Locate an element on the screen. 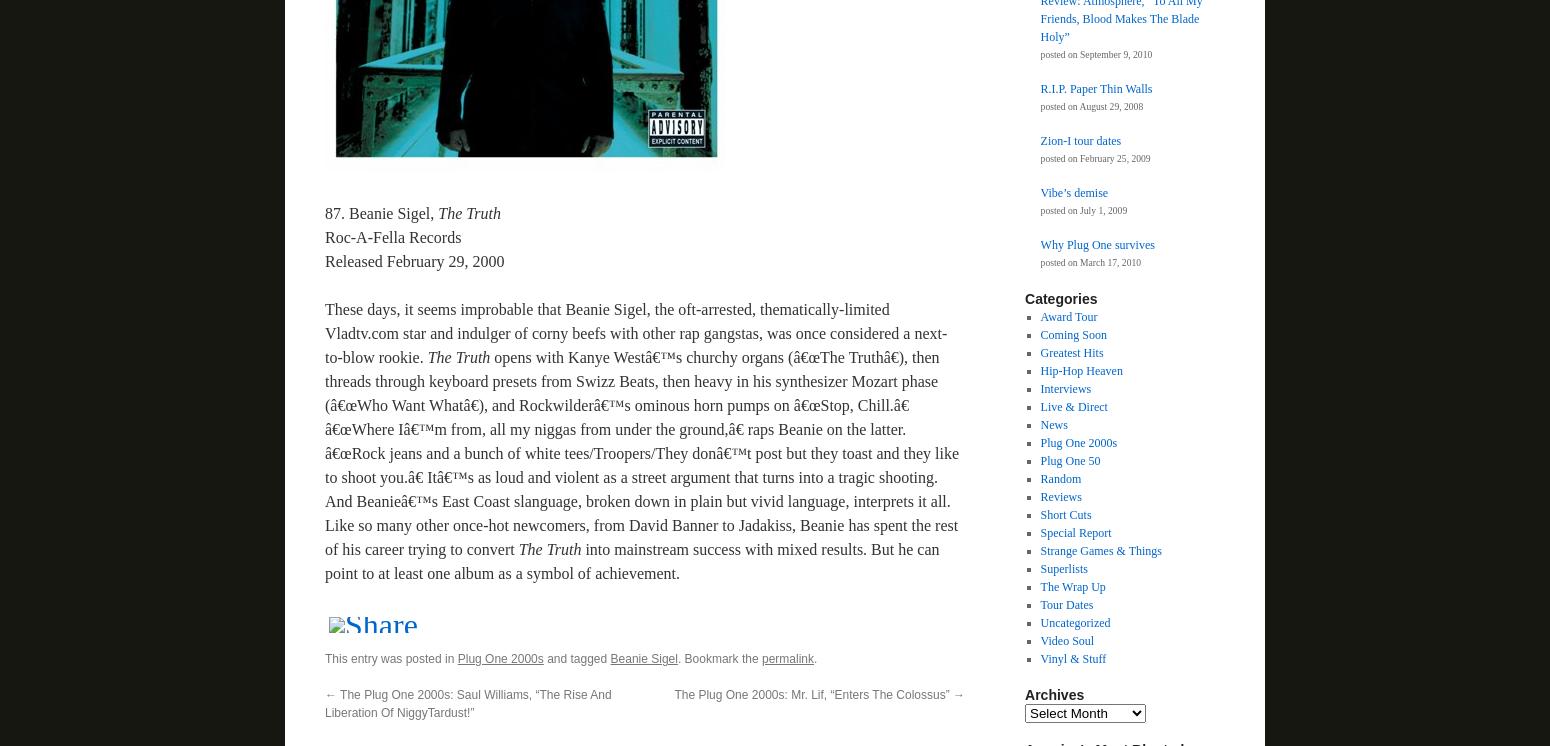  'This entry was posted in' is located at coordinates (324, 658).